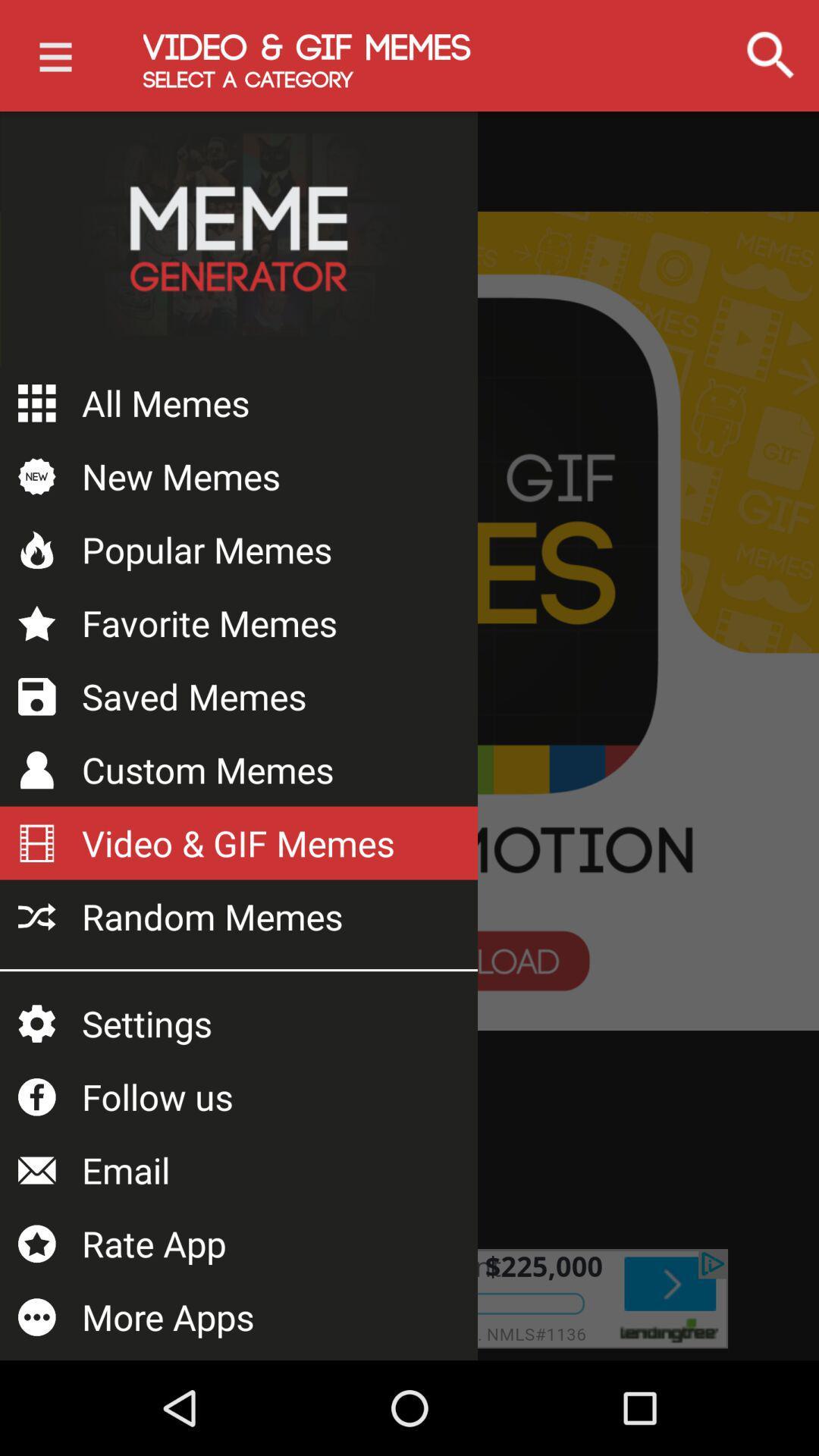 This screenshot has width=819, height=1456. What do you see at coordinates (36, 1097) in the screenshot?
I see `the icon which is left side of the follow us` at bounding box center [36, 1097].